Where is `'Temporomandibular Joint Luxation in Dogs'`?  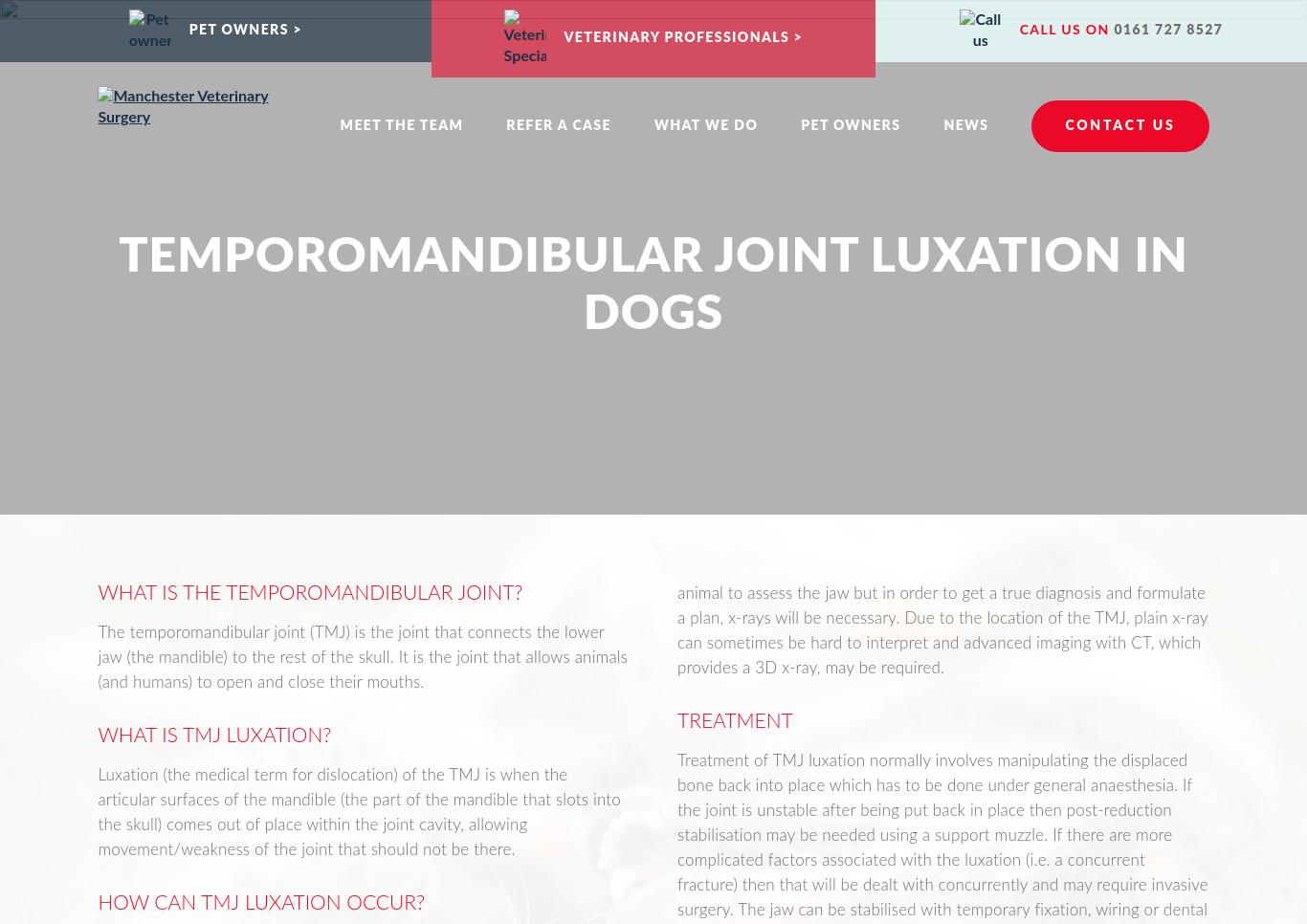 'Temporomandibular Joint Luxation in Dogs' is located at coordinates (652, 284).